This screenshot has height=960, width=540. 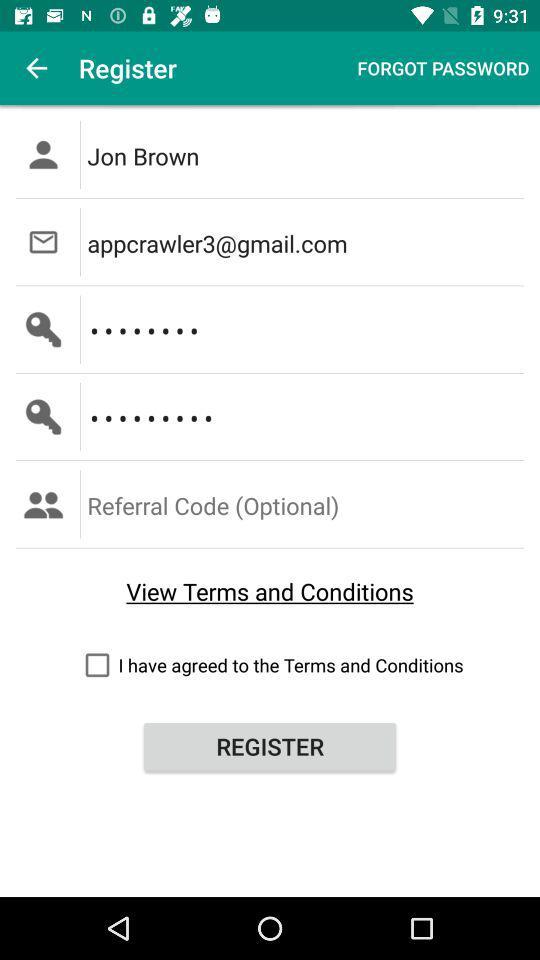 What do you see at coordinates (443, 68) in the screenshot?
I see `icon next to register icon` at bounding box center [443, 68].